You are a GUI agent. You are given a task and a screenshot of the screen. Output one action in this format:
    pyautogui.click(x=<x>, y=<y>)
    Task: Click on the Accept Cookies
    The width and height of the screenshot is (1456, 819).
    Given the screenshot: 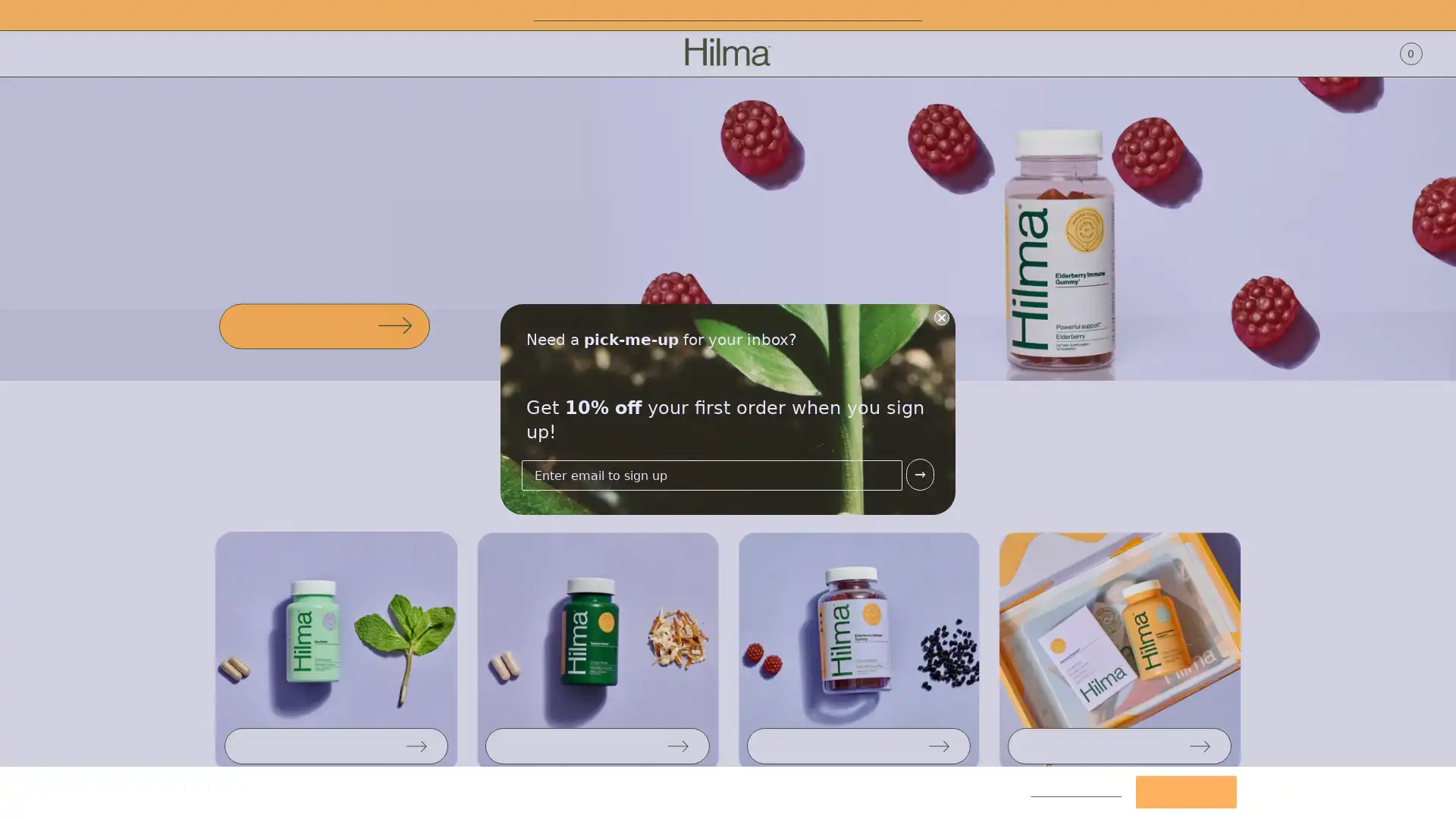 What is the action you would take?
    pyautogui.click(x=1183, y=798)
    